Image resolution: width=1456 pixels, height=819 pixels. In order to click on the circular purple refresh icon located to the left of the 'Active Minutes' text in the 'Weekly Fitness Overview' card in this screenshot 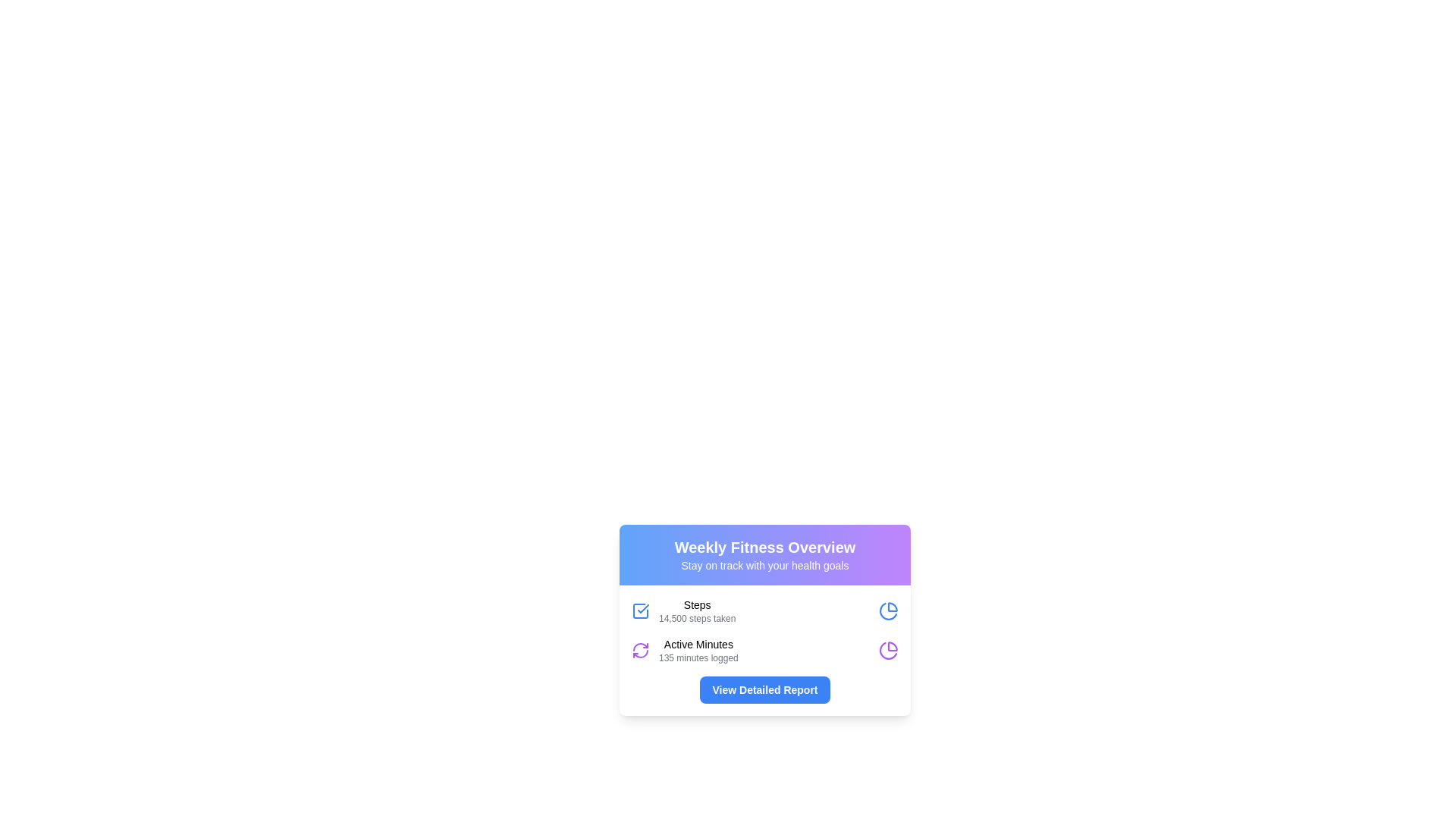, I will do `click(640, 649)`.